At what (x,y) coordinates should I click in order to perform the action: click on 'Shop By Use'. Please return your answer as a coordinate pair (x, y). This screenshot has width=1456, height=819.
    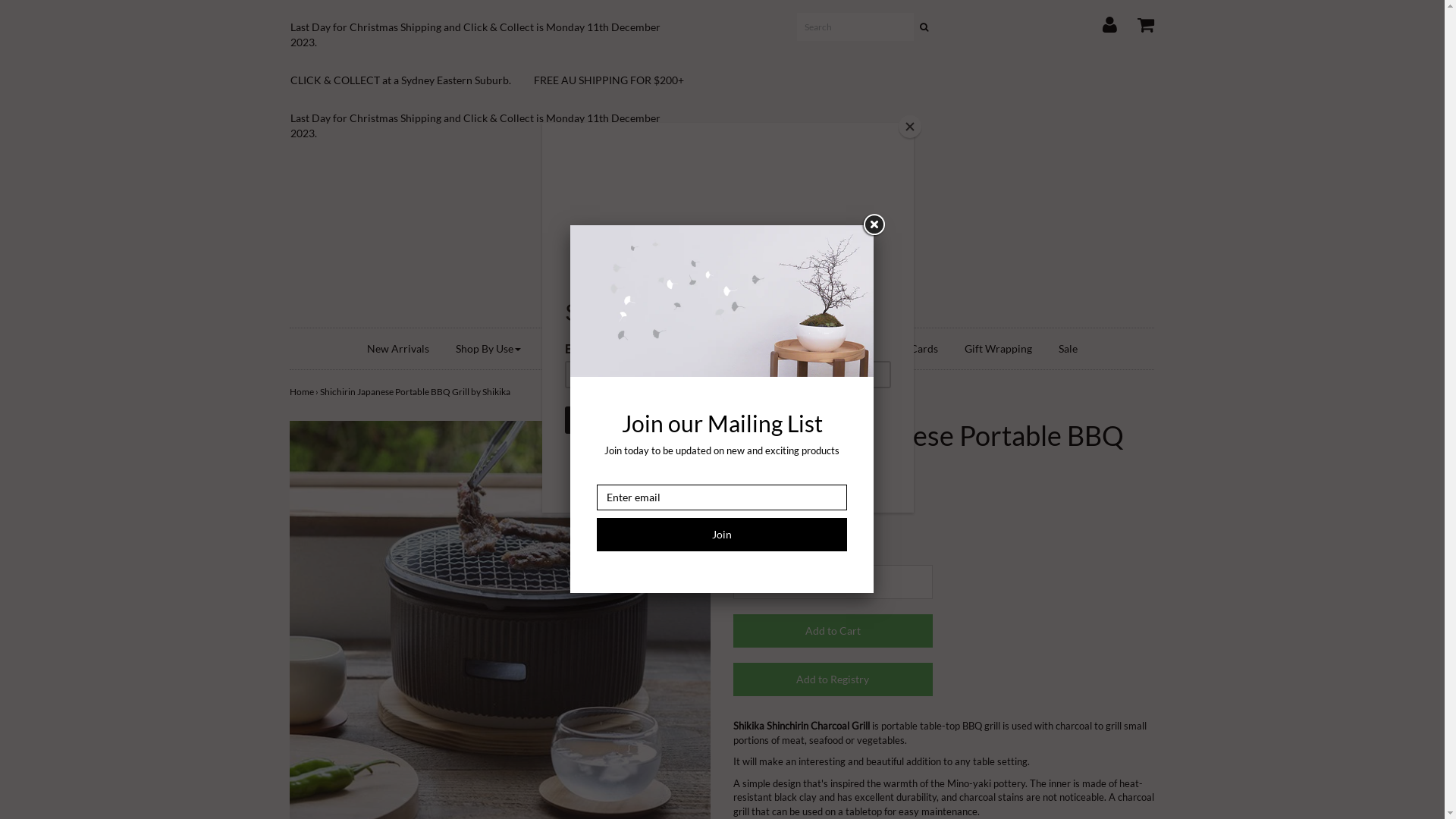
    Looking at the image, I should click on (443, 348).